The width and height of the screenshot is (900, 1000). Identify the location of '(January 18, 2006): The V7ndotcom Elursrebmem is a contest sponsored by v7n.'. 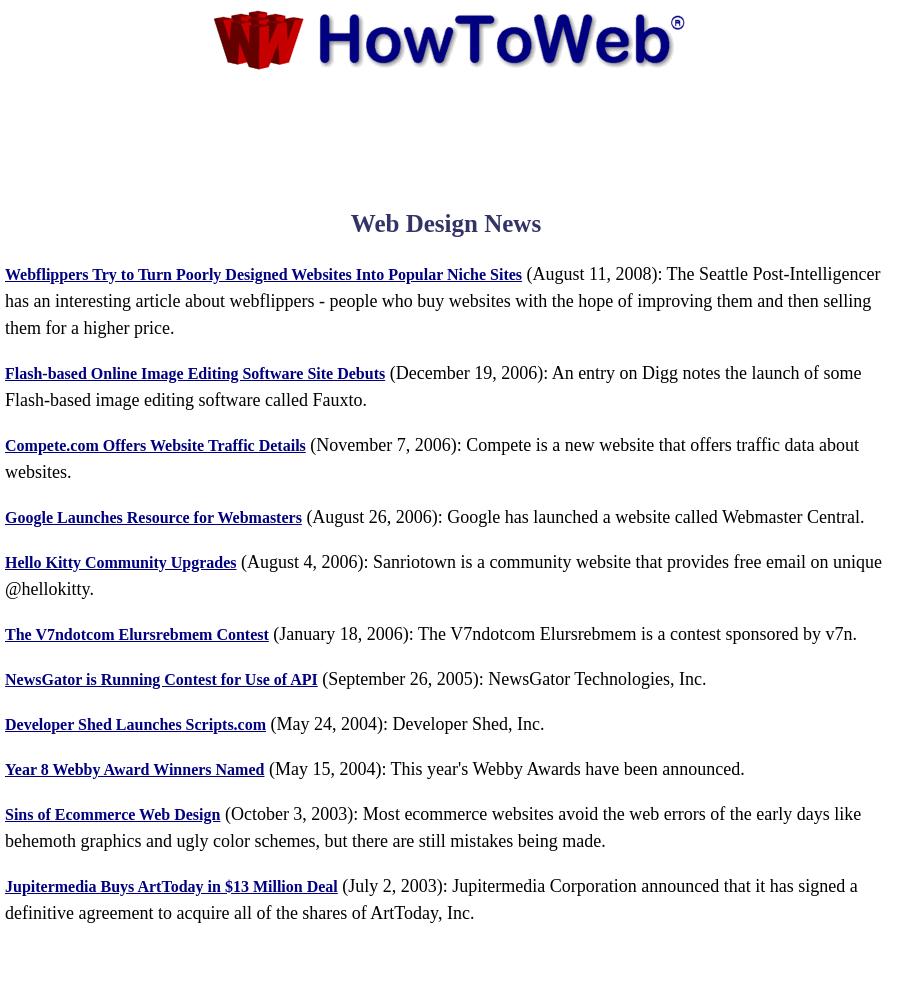
(561, 633).